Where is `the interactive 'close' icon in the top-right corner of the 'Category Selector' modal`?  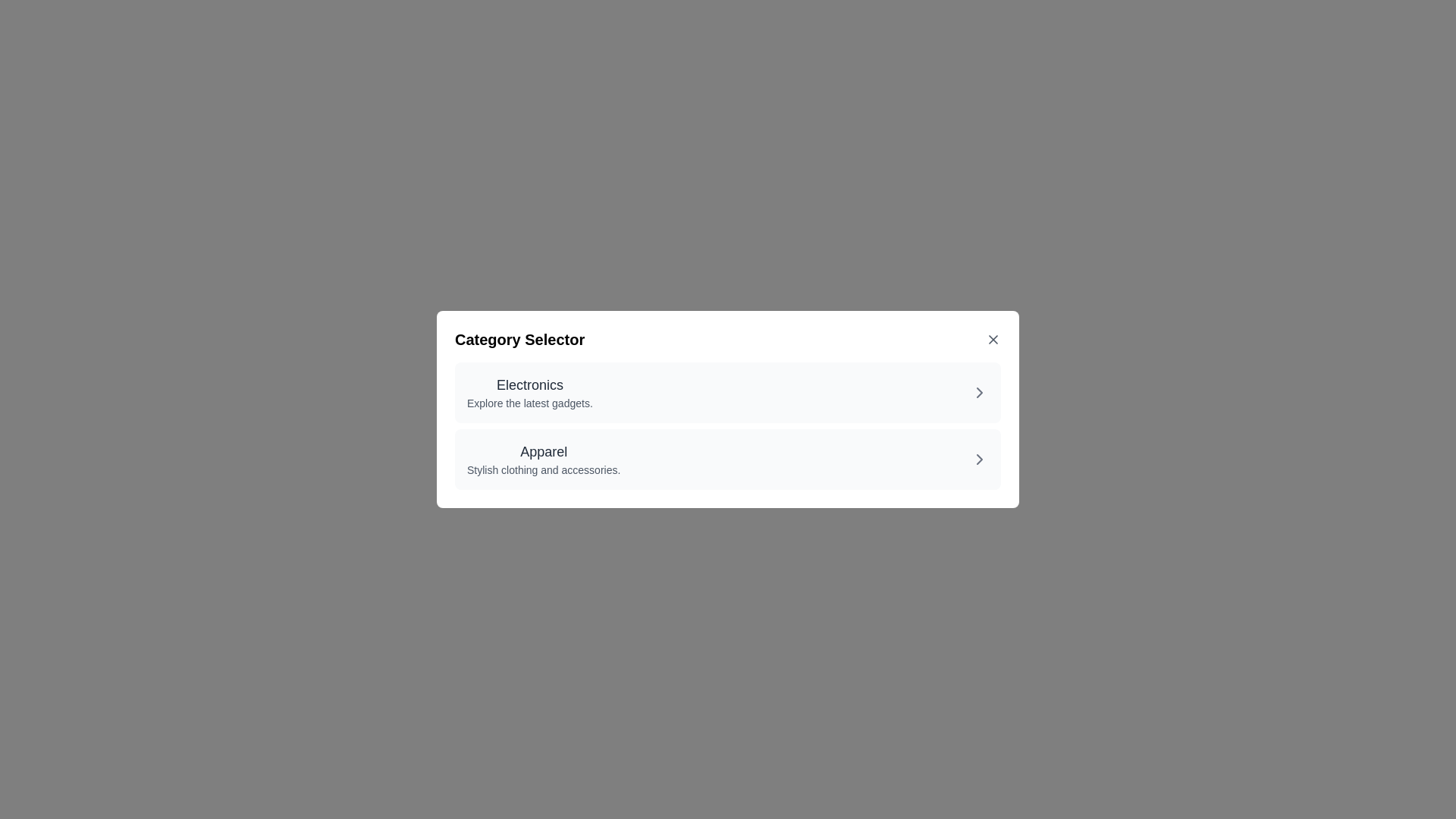 the interactive 'close' icon in the top-right corner of the 'Category Selector' modal is located at coordinates (993, 338).